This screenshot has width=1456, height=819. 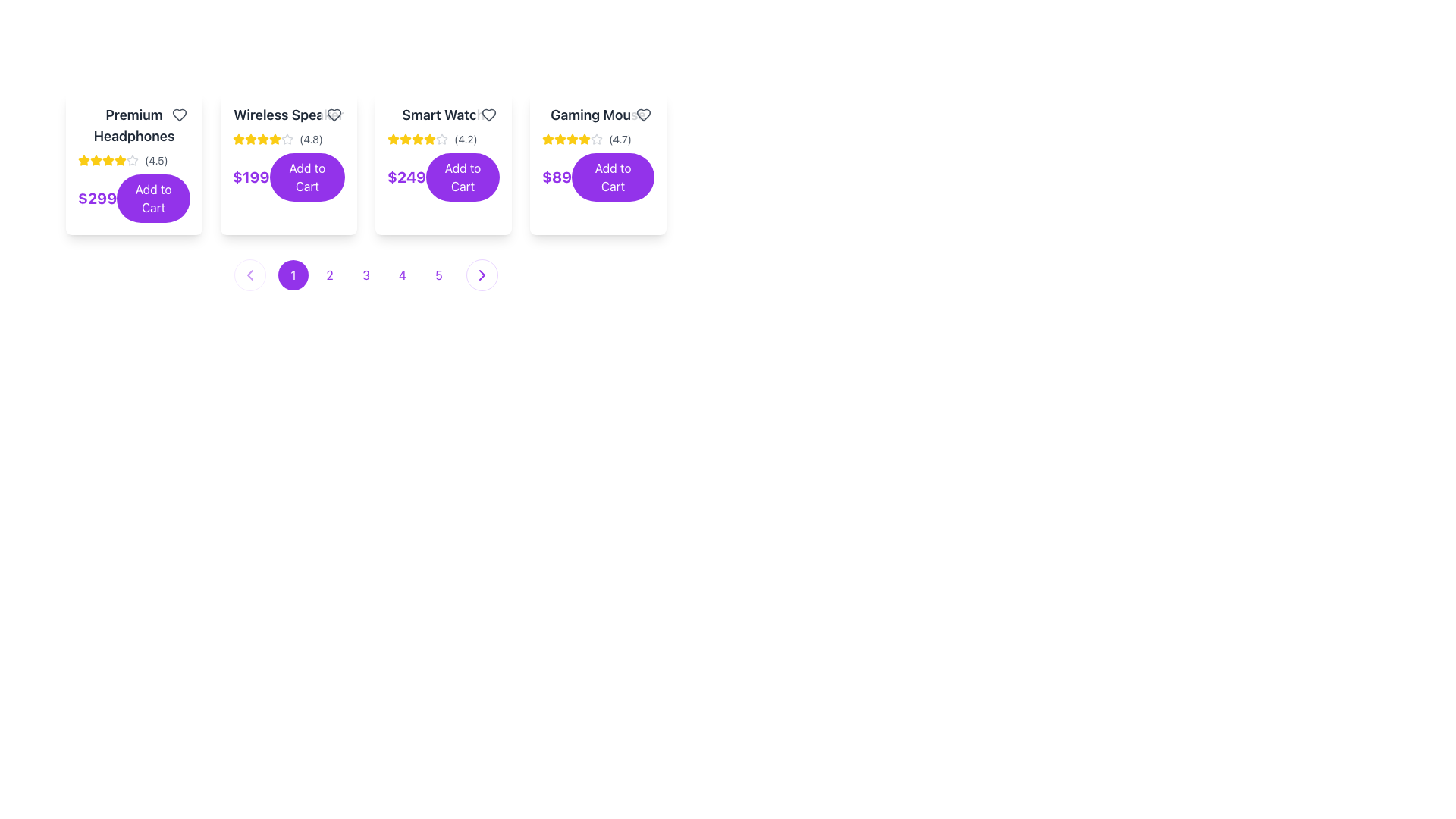 I want to click on rating score displayed in parentheses with a gray font color '(4.7)' from the static text label located in the card for the 'Gaming Mouse' product, so click(x=620, y=140).